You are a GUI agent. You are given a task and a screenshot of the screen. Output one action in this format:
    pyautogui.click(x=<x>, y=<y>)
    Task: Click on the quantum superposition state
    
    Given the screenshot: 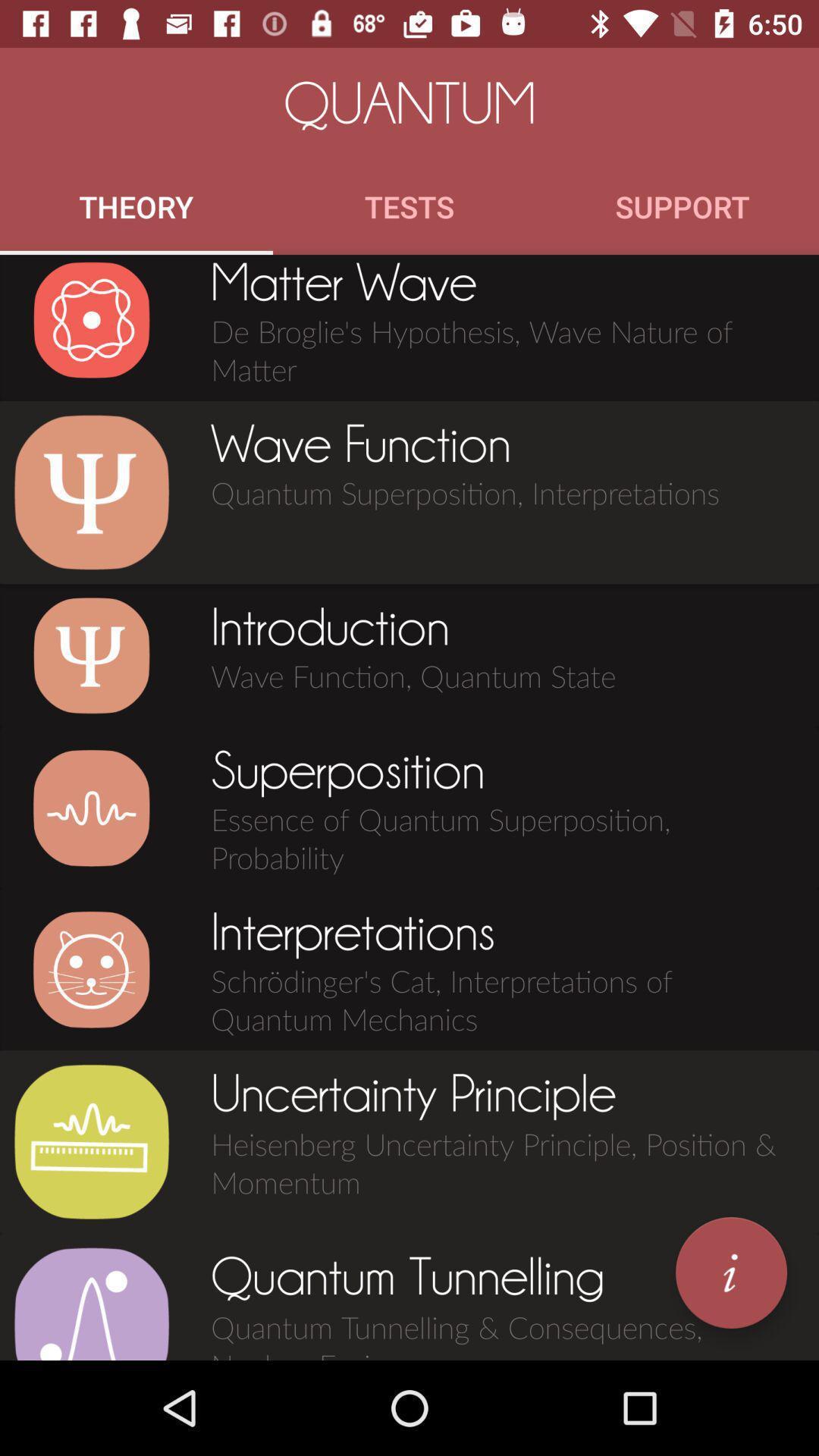 What is the action you would take?
    pyautogui.click(x=91, y=807)
    